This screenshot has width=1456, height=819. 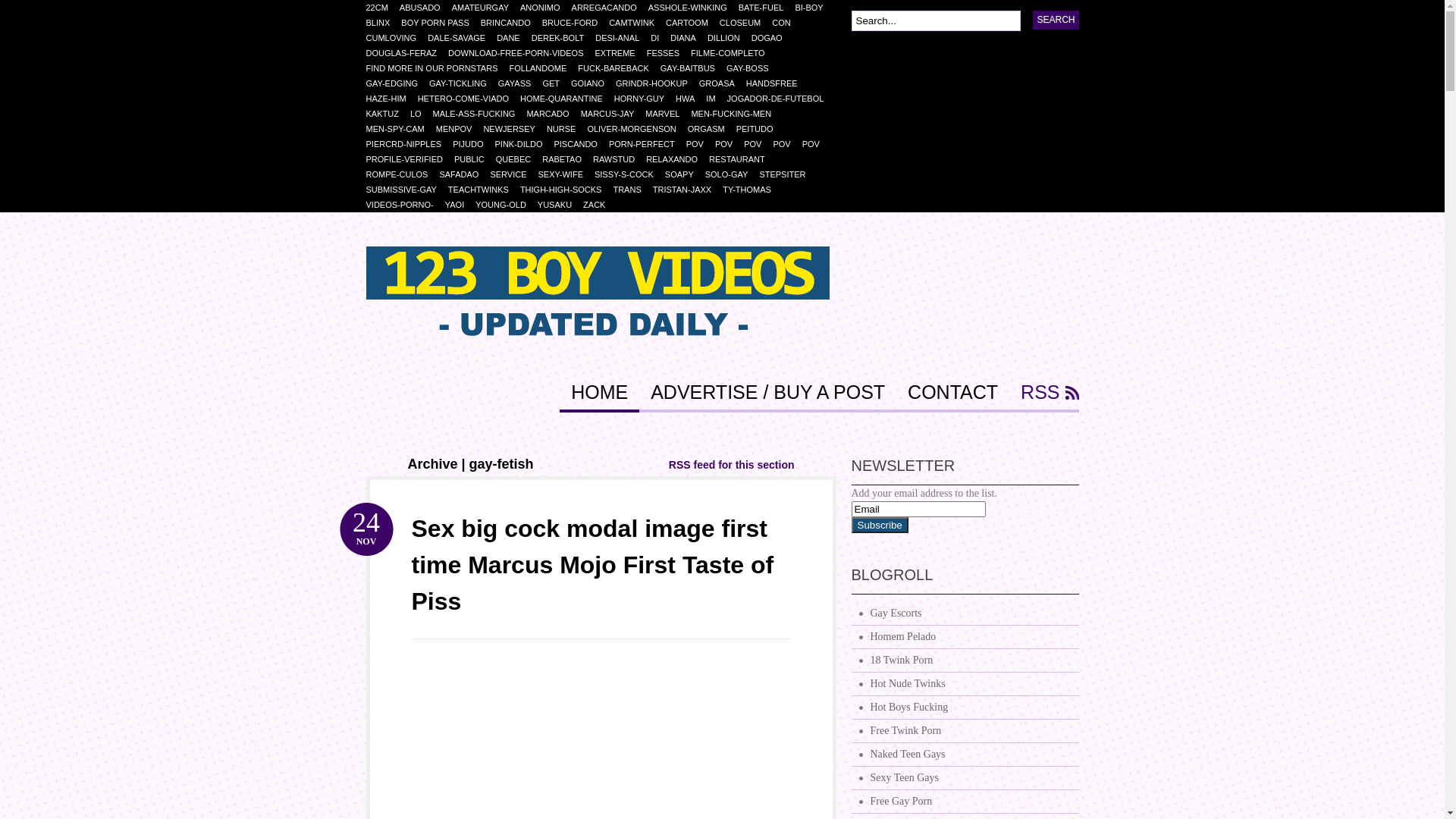 I want to click on 'BRUCE-FORD', so click(x=574, y=23).